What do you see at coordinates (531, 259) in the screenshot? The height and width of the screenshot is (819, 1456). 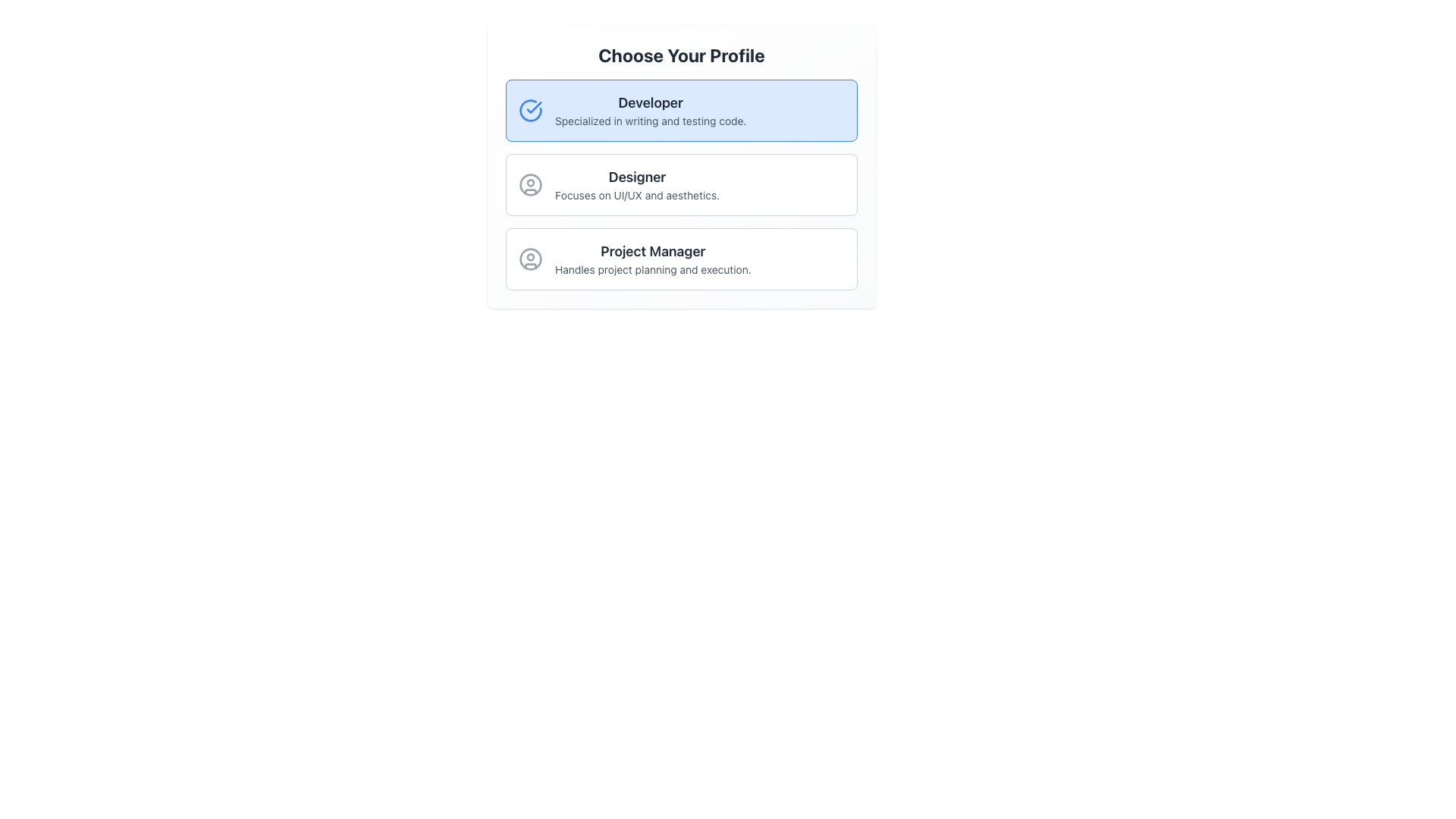 I see `the circular avatar icon representing the user profile, which has a gray outline and a silhouette of a person, located to the left of the 'Project Manager' title` at bounding box center [531, 259].